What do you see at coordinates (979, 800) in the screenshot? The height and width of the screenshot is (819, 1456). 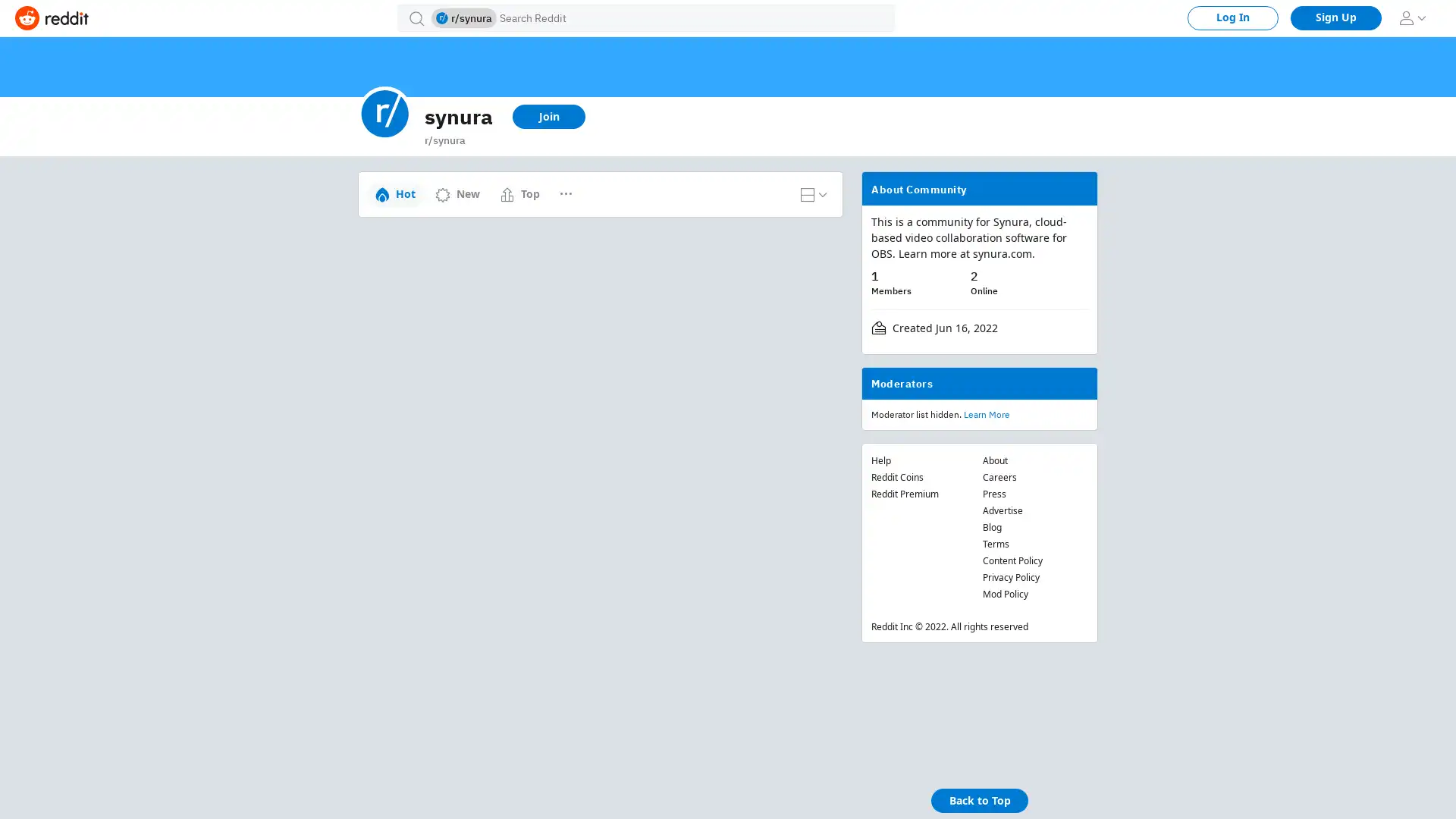 I see `Back to Top` at bounding box center [979, 800].